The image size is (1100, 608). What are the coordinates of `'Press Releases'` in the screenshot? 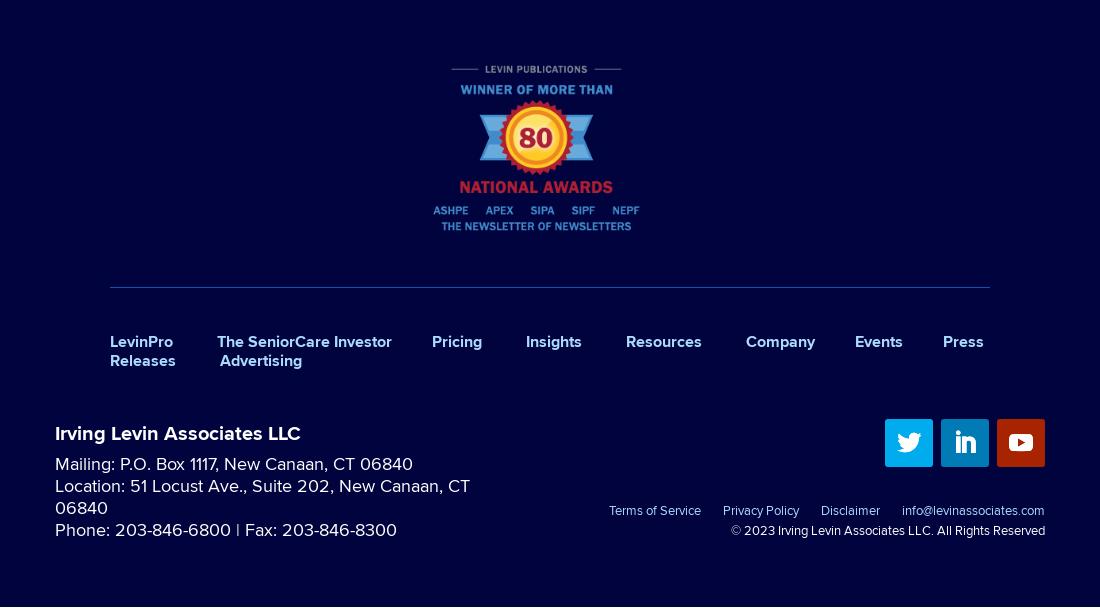 It's located at (547, 349).